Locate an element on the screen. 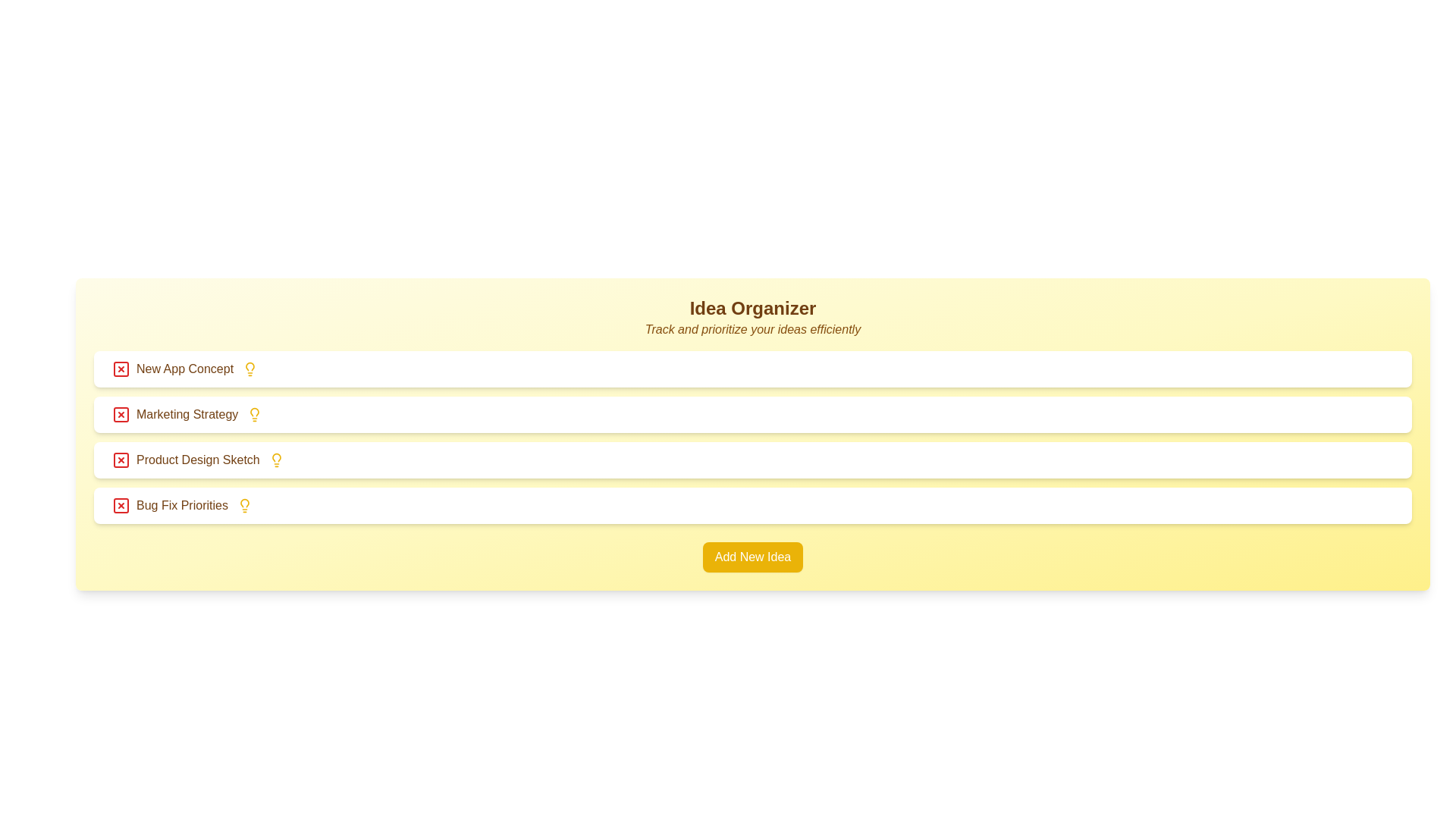 This screenshot has width=1456, height=819. the text of the idea labeled Product Design Sketch for copying or editing is located at coordinates (184, 459).